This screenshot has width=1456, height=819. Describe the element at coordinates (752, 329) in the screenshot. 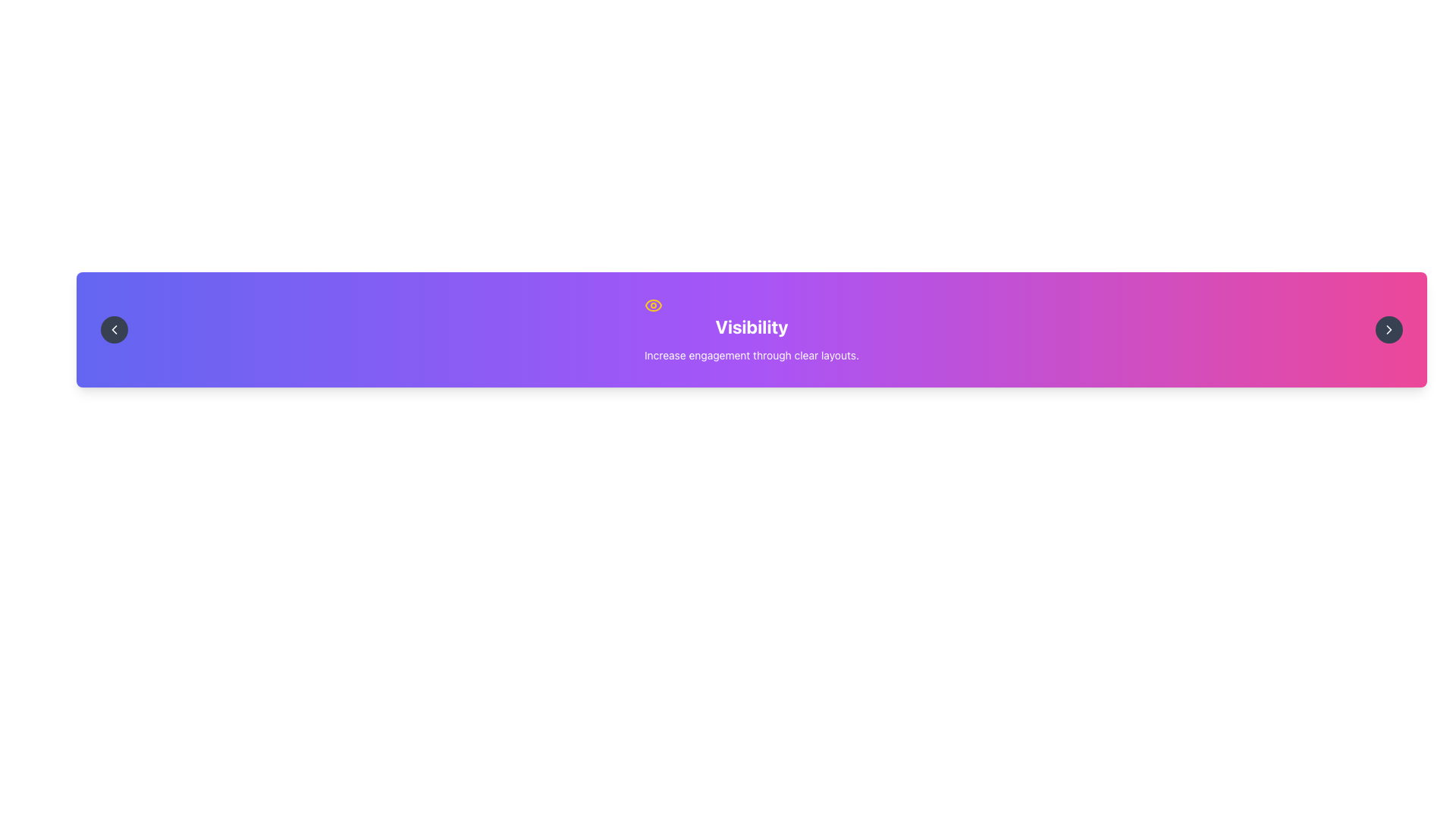

I see `the text block displaying 'Visibility' which is styled with bold, white font and located centrally within a gradient background` at that location.